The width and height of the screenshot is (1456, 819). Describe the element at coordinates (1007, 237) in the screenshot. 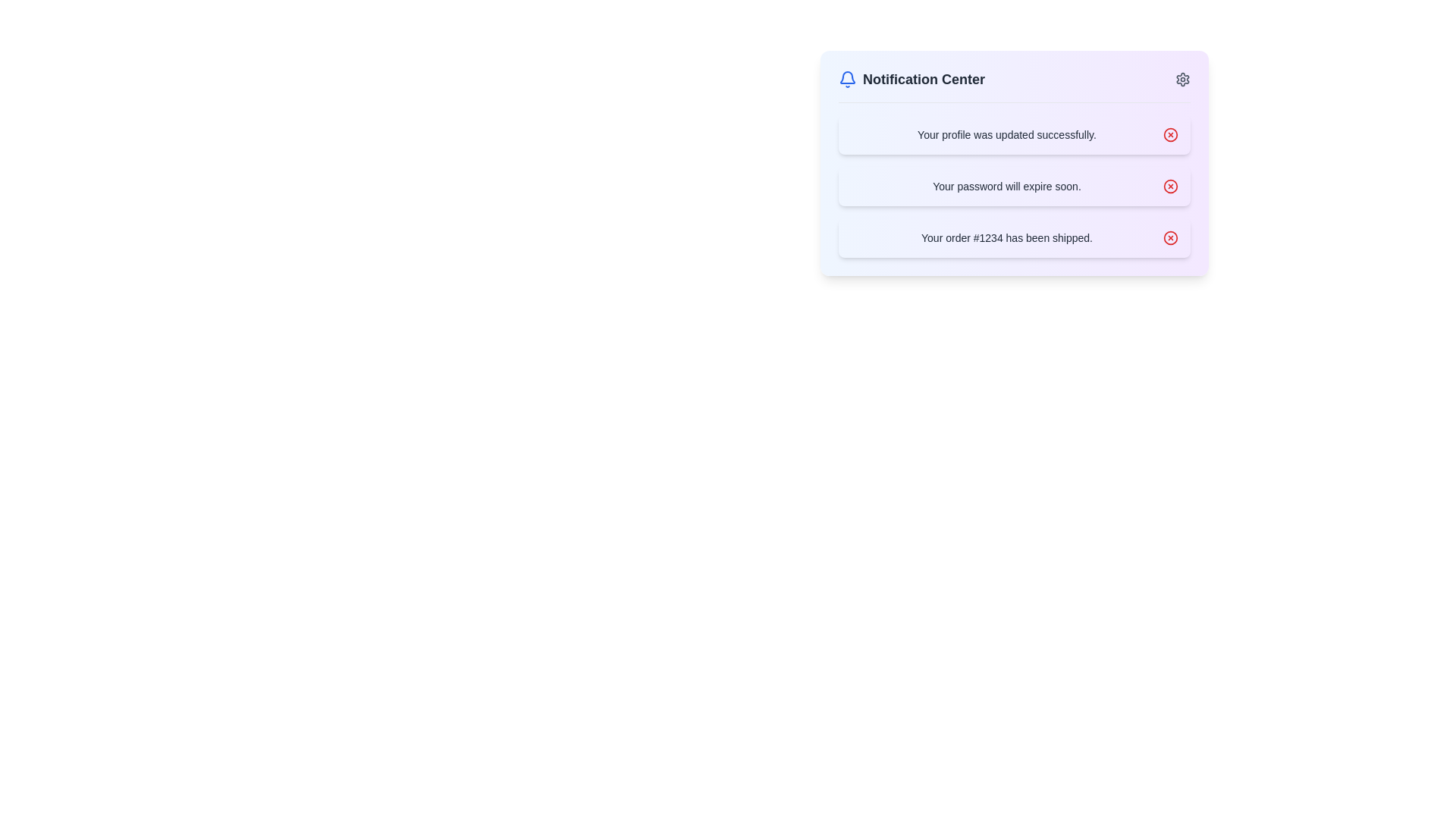

I see `shipping update message displayed in the third notification item of the Notification Center interface` at that location.